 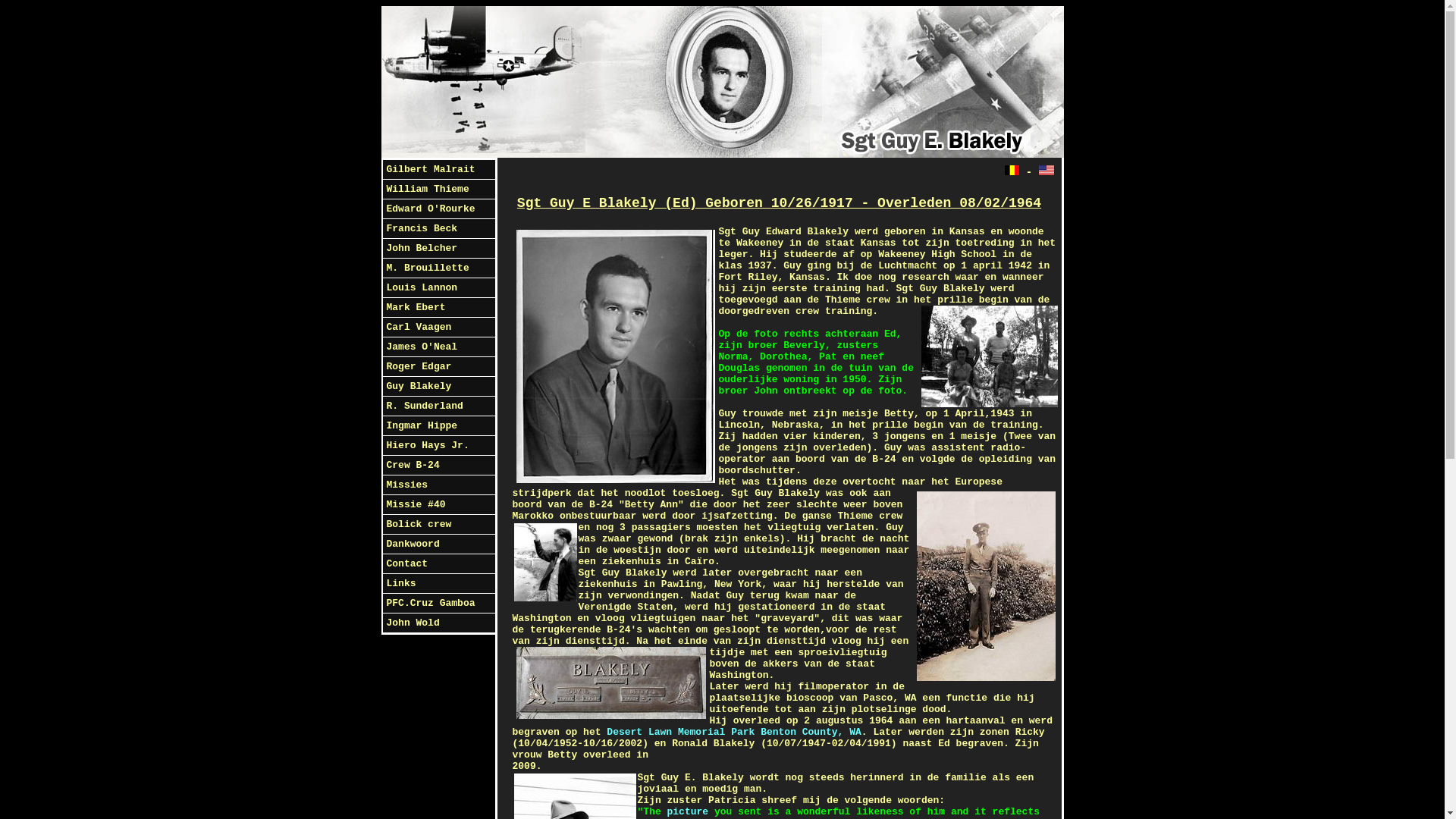 I want to click on 'Roger Edgar', so click(x=437, y=366).